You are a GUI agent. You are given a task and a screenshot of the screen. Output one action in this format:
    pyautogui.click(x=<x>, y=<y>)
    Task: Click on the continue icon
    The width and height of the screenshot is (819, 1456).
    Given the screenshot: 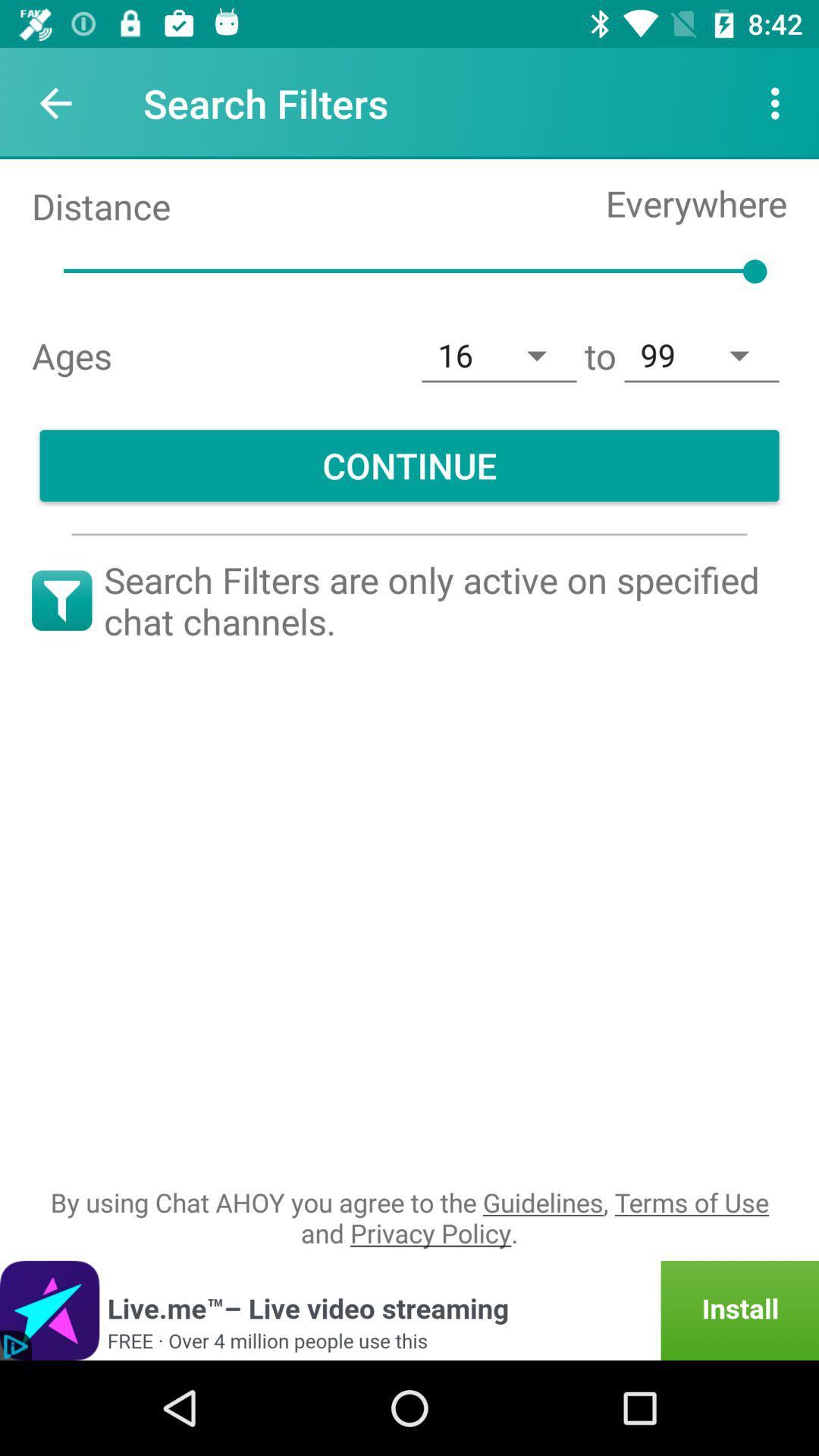 What is the action you would take?
    pyautogui.click(x=409, y=465)
    